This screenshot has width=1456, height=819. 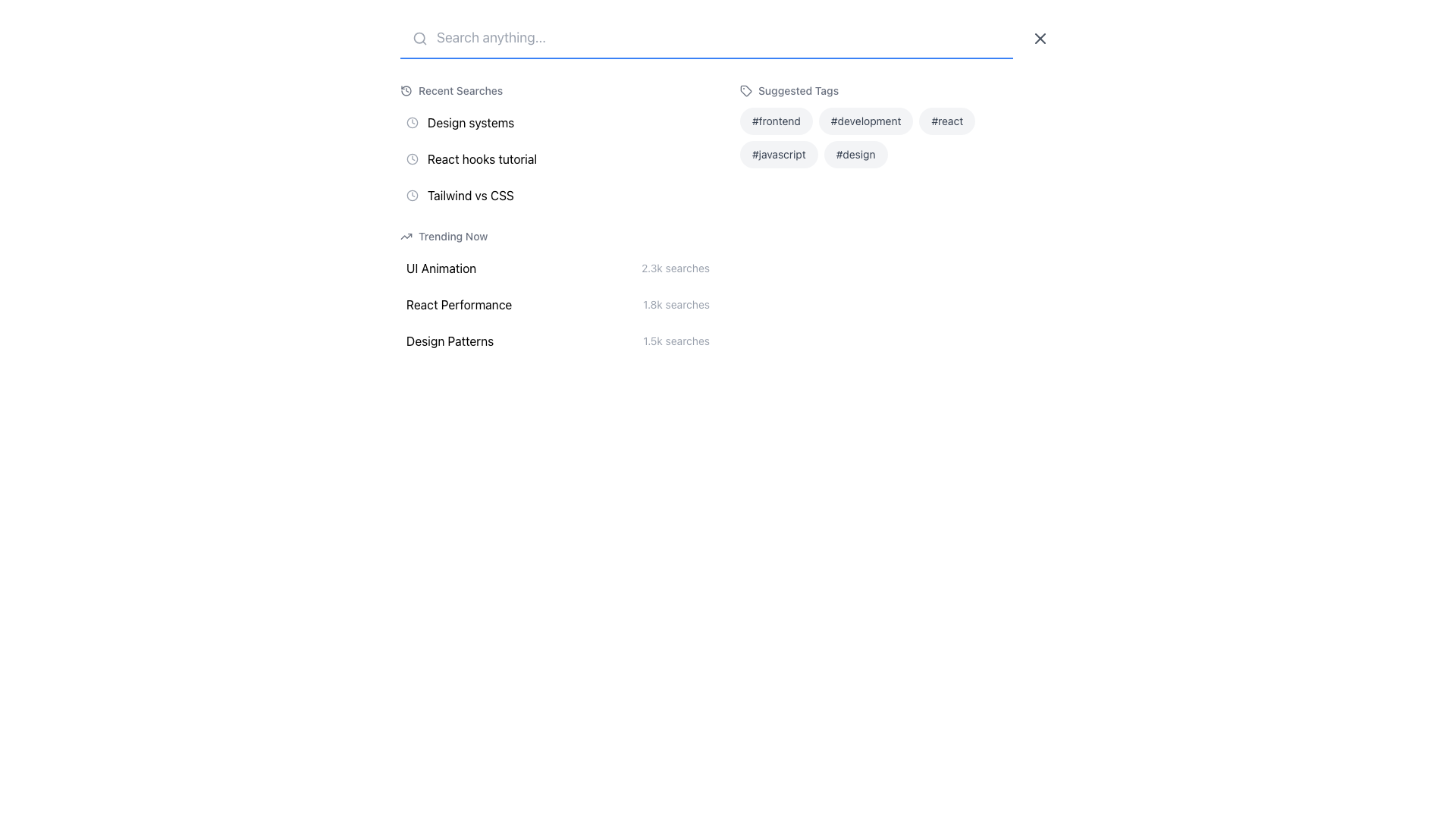 What do you see at coordinates (946, 120) in the screenshot?
I see `the third button labeled 'react' in the horizontally laid-out group of suggested tags to filter or categorize content` at bounding box center [946, 120].